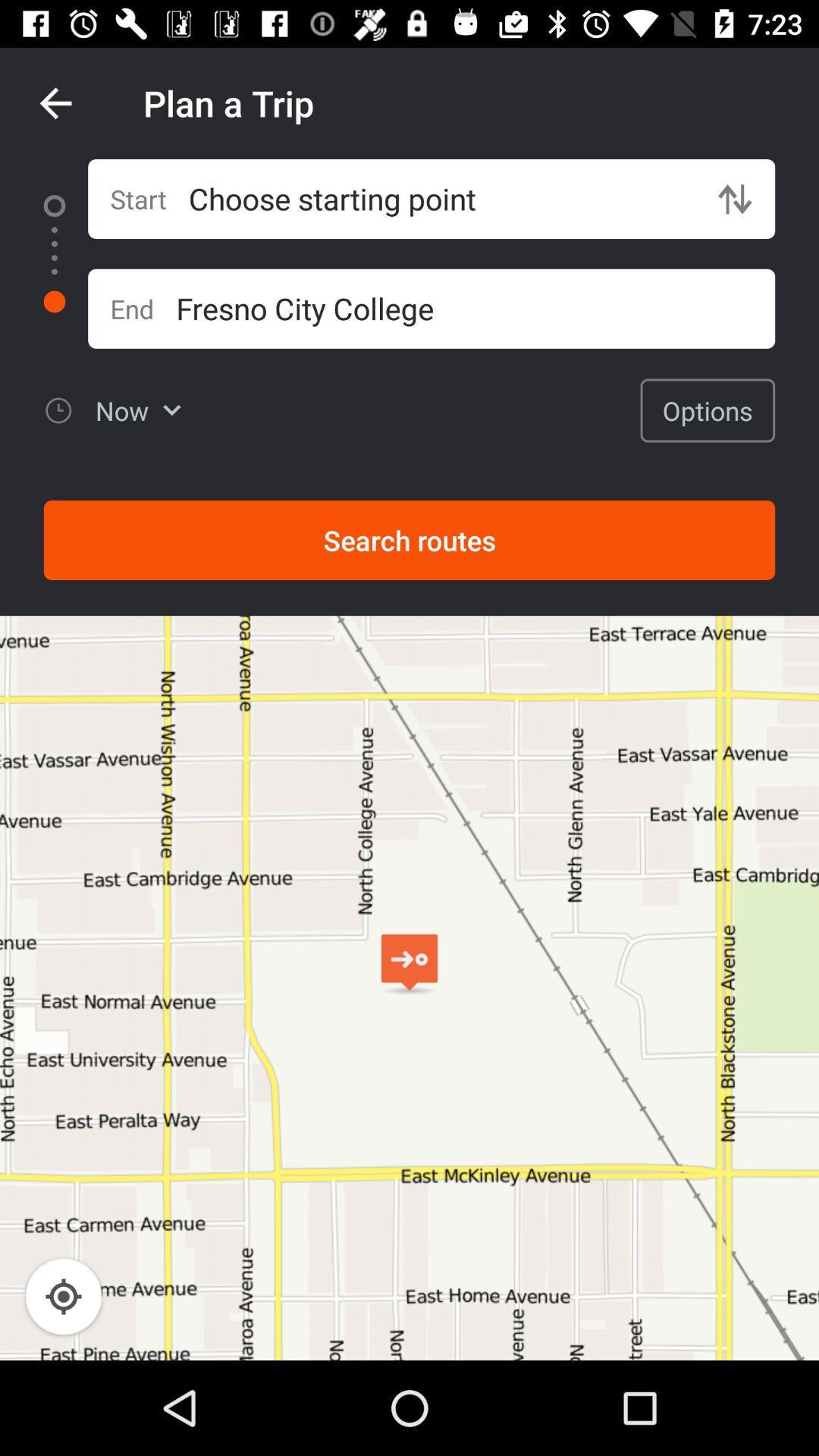 Image resolution: width=819 pixels, height=1456 pixels. What do you see at coordinates (734, 198) in the screenshot?
I see `the swap icon` at bounding box center [734, 198].